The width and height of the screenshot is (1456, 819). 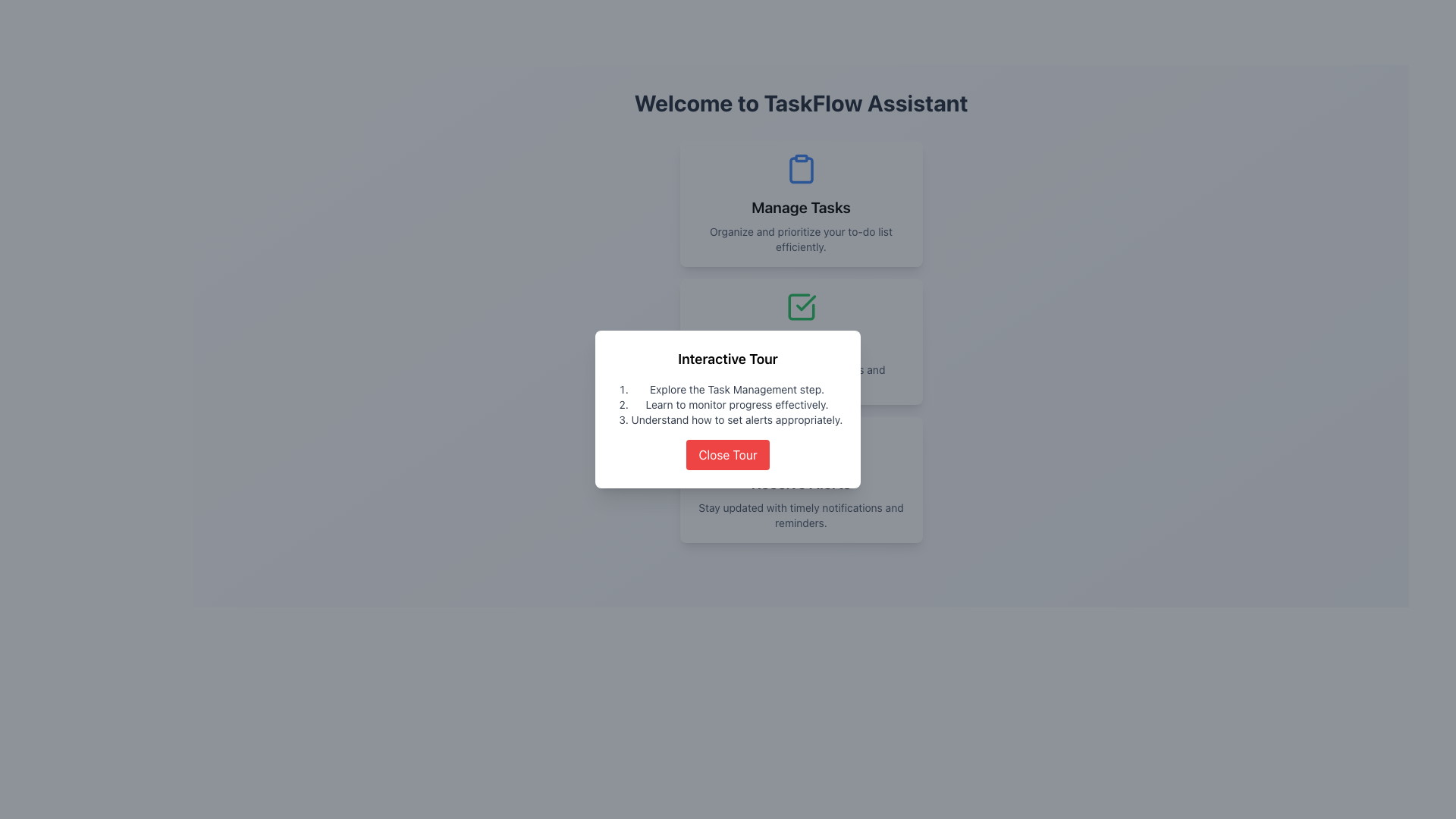 I want to click on the prominently styled text label with the content 'Interactive Tour', which is a header within the modal box, so click(x=728, y=359).